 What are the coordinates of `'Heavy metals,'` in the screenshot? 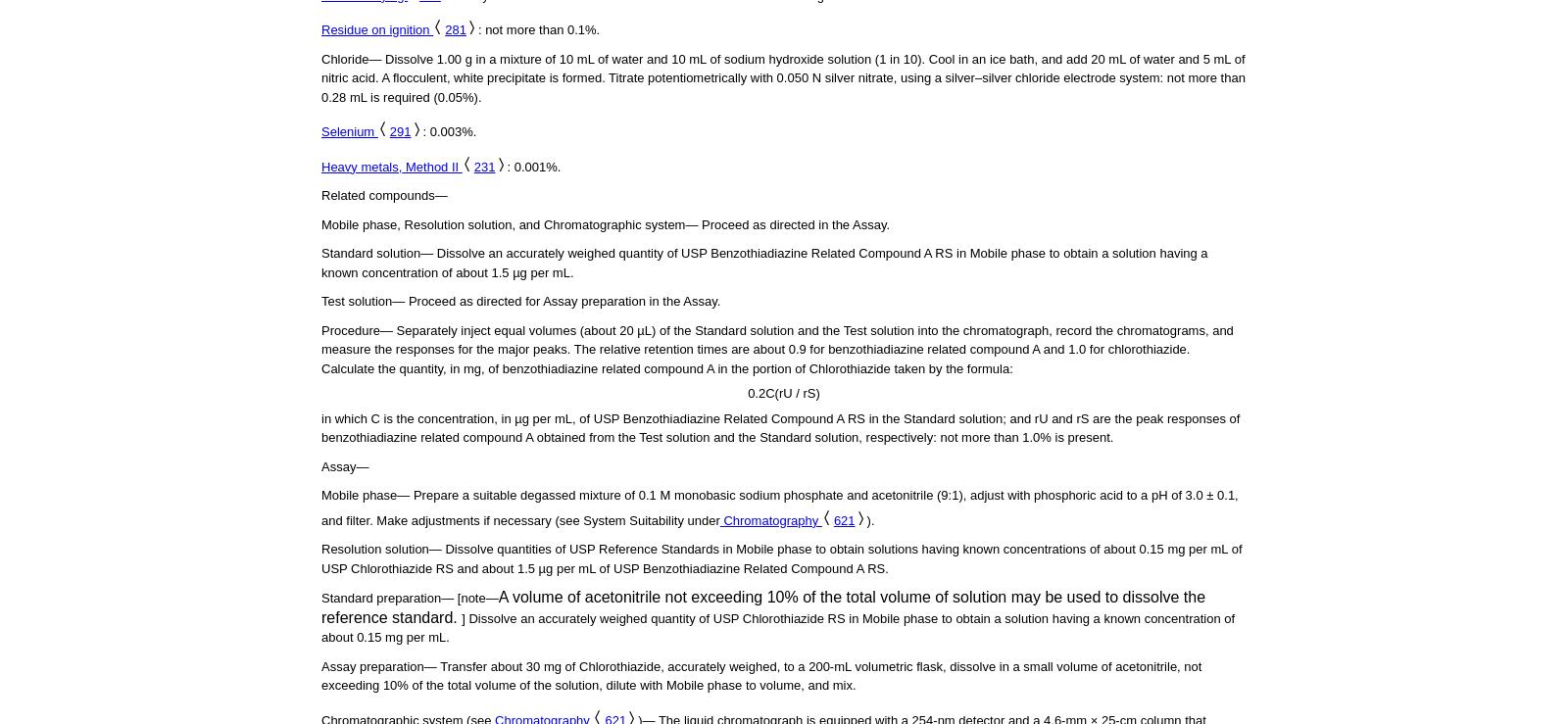 It's located at (361, 166).